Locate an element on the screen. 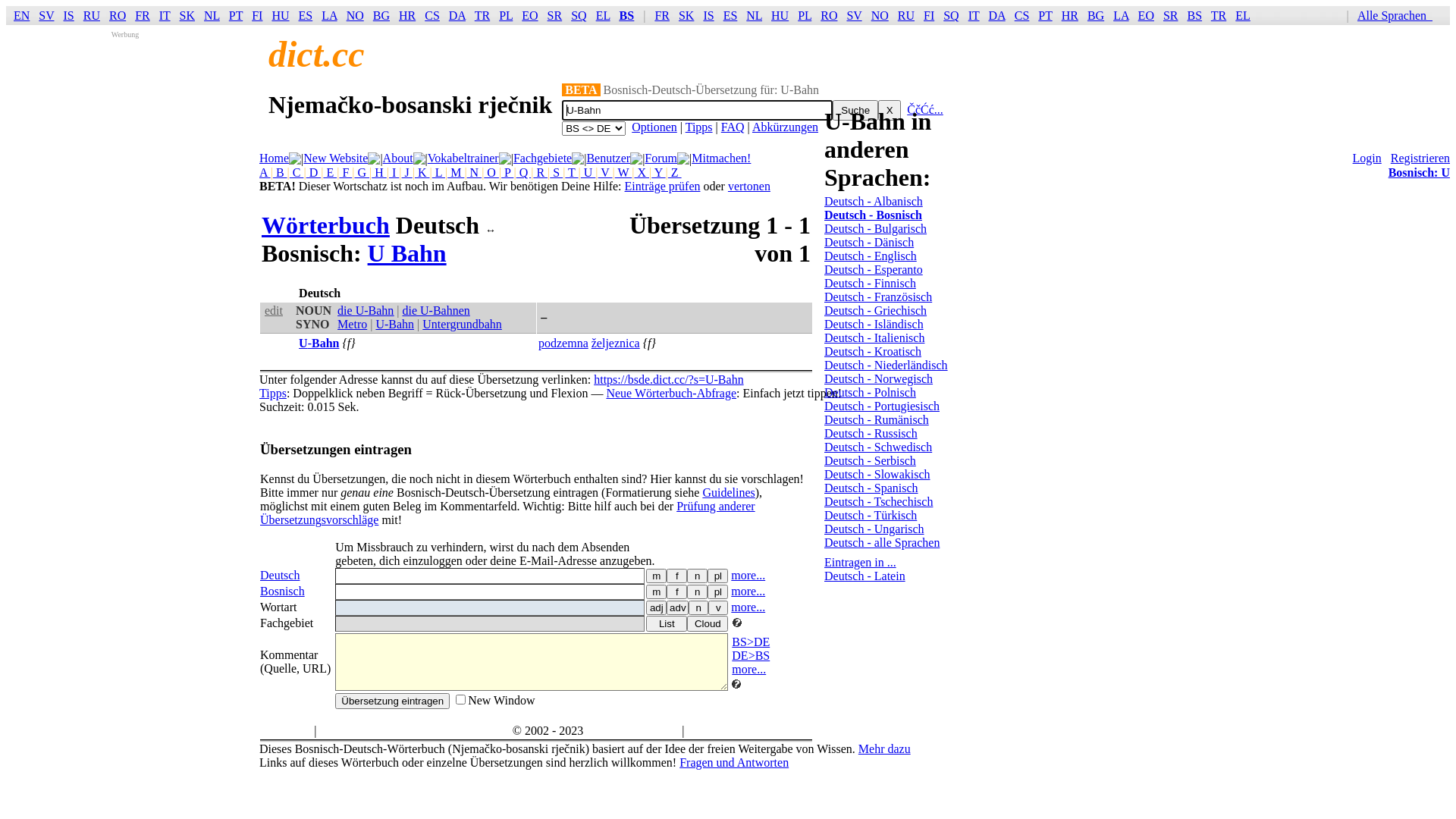  'BS' is located at coordinates (626, 15).